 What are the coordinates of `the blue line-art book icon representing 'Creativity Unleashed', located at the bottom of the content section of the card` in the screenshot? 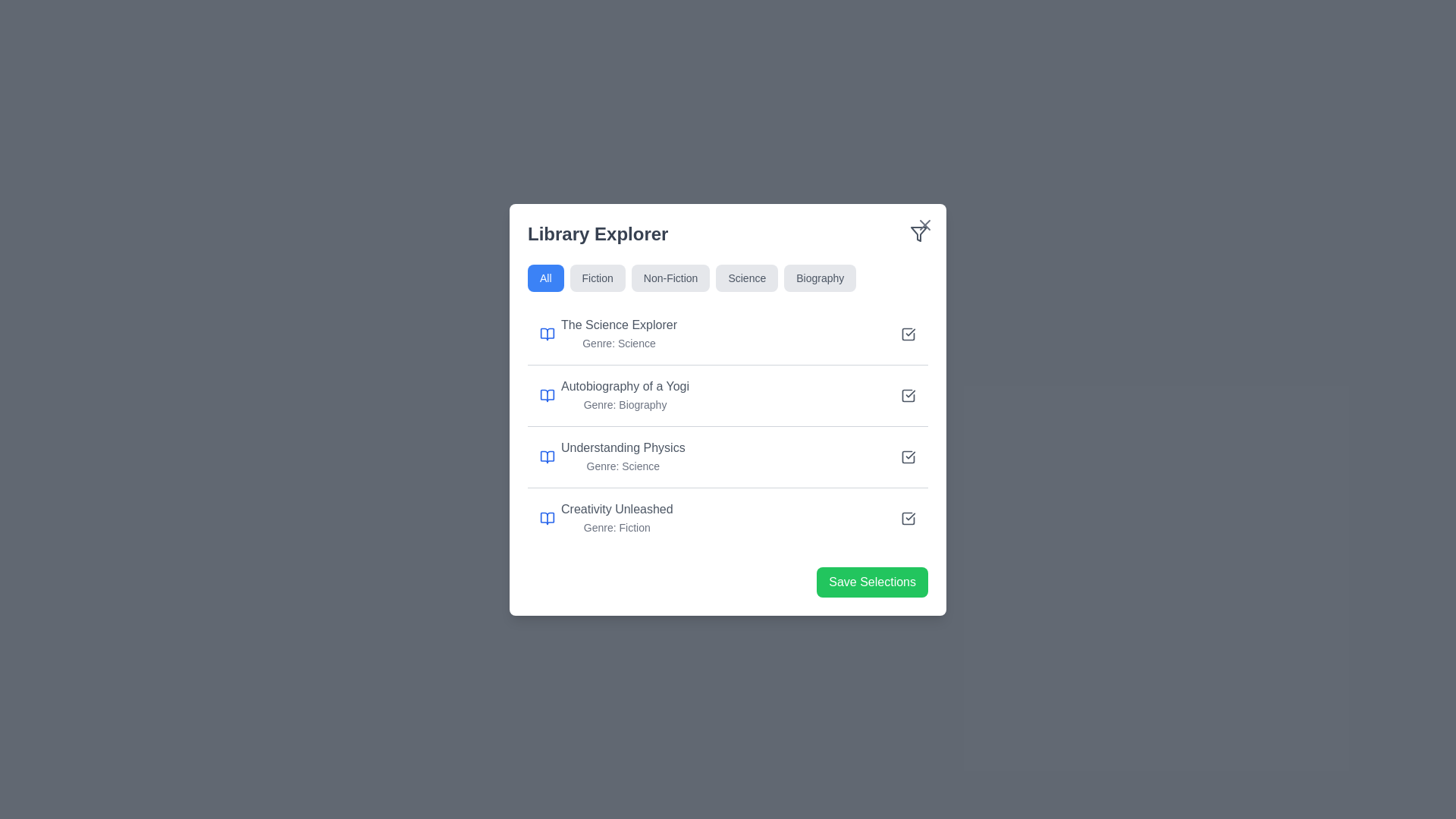 It's located at (546, 517).